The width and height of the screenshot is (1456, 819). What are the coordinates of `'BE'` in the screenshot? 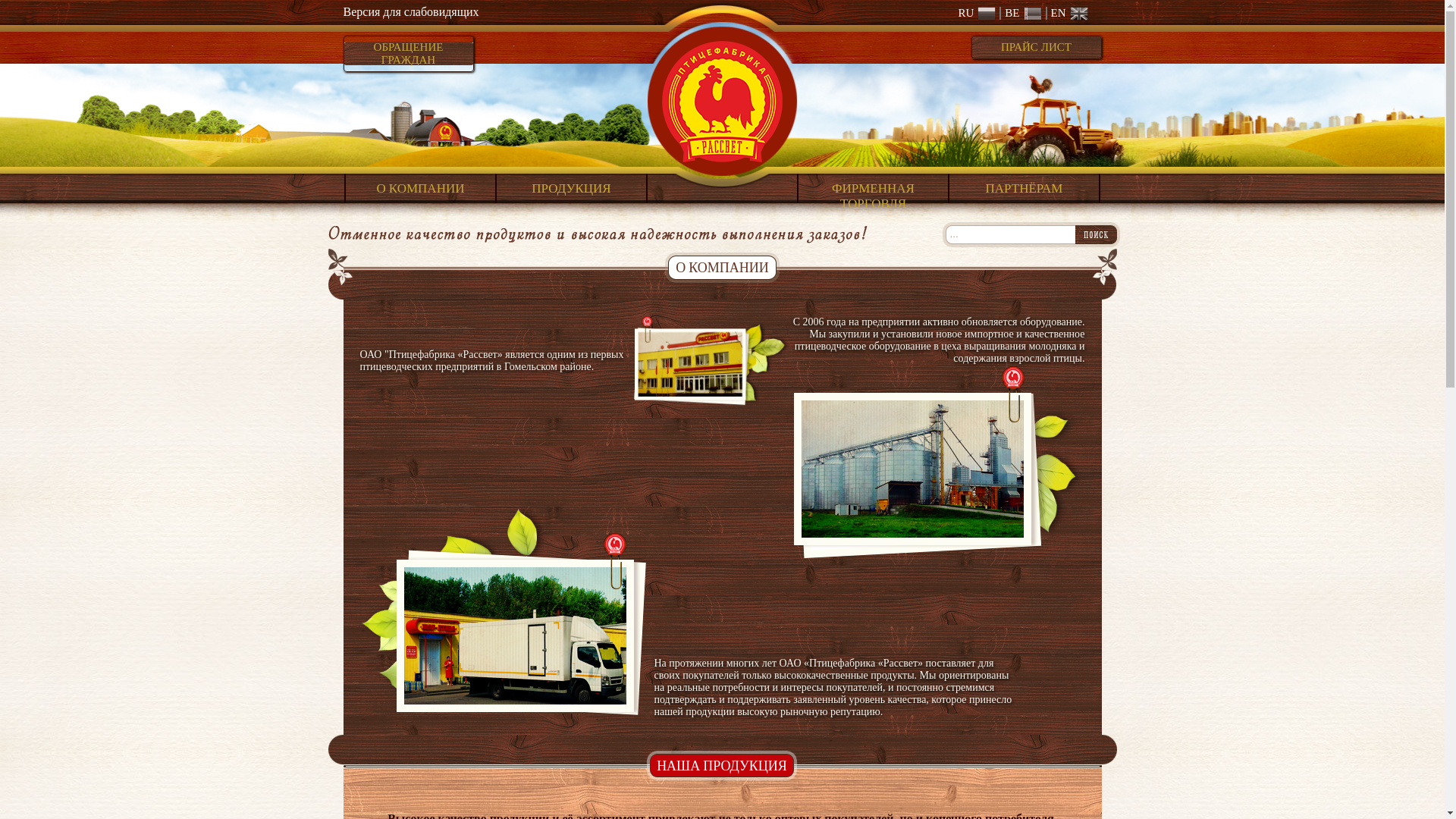 It's located at (1020, 13).